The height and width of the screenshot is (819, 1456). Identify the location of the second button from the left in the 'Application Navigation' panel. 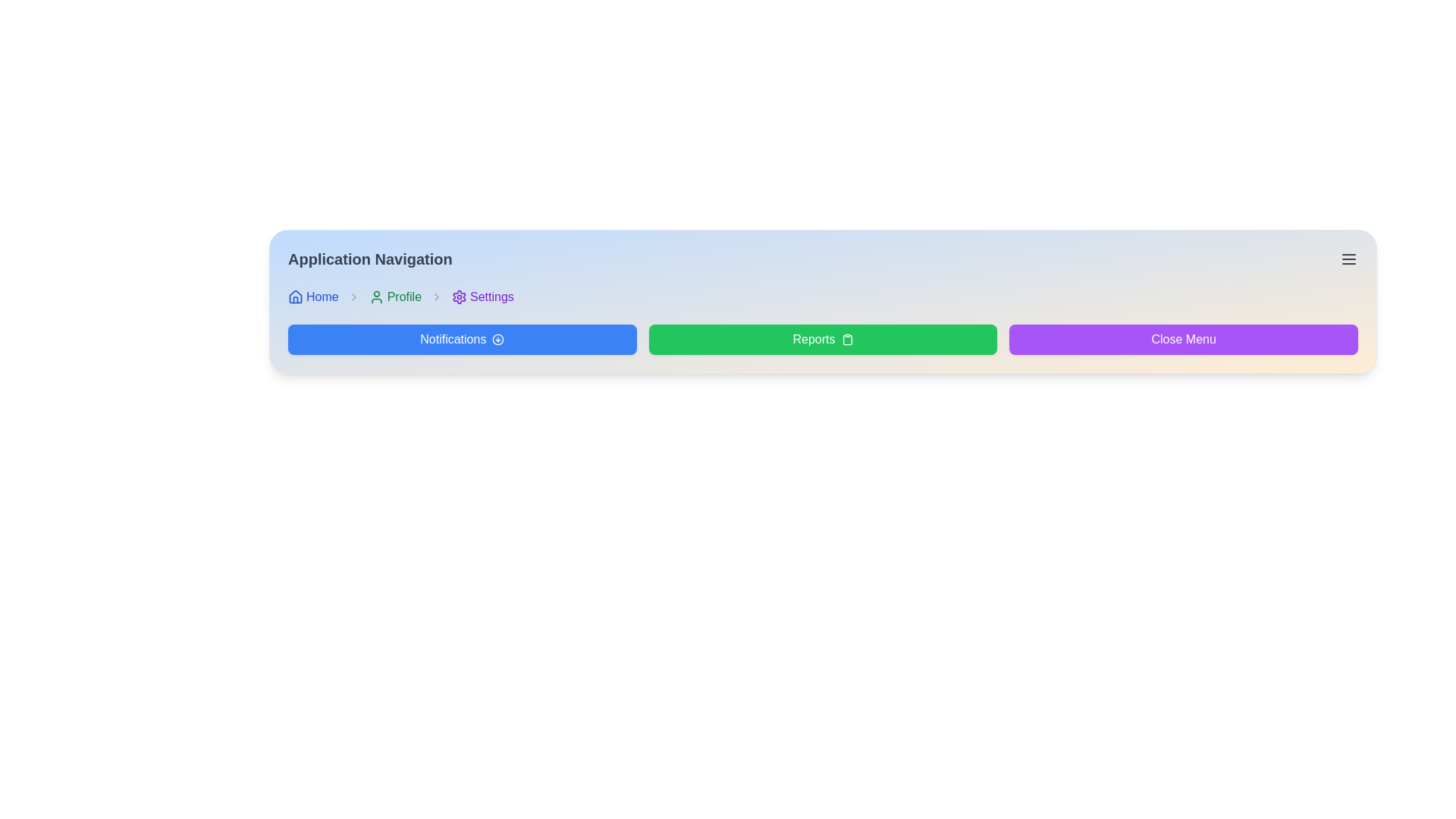
(822, 338).